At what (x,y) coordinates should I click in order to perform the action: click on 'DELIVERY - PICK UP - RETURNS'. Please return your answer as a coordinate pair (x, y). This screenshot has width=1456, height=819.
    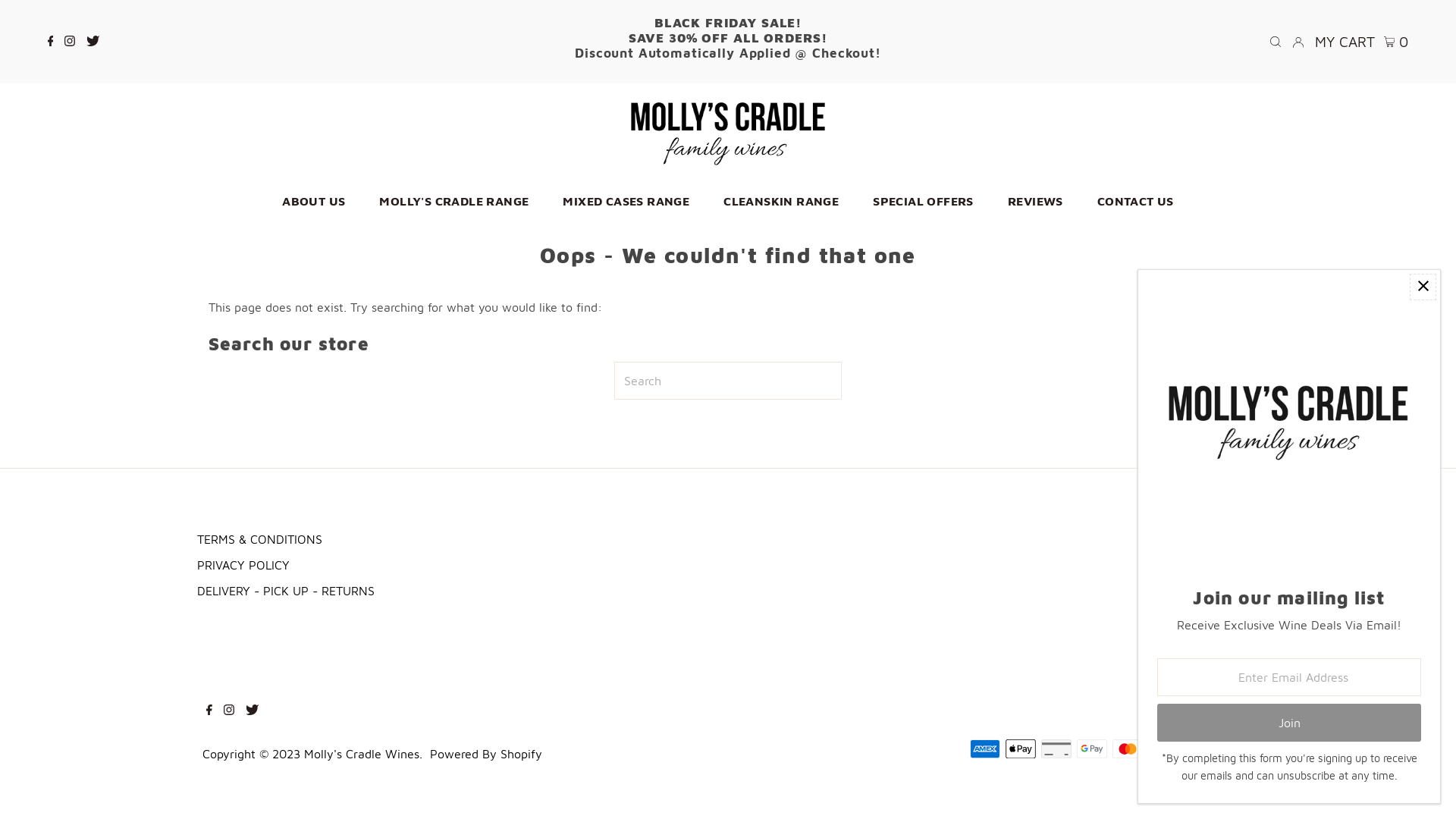
    Looking at the image, I should click on (286, 590).